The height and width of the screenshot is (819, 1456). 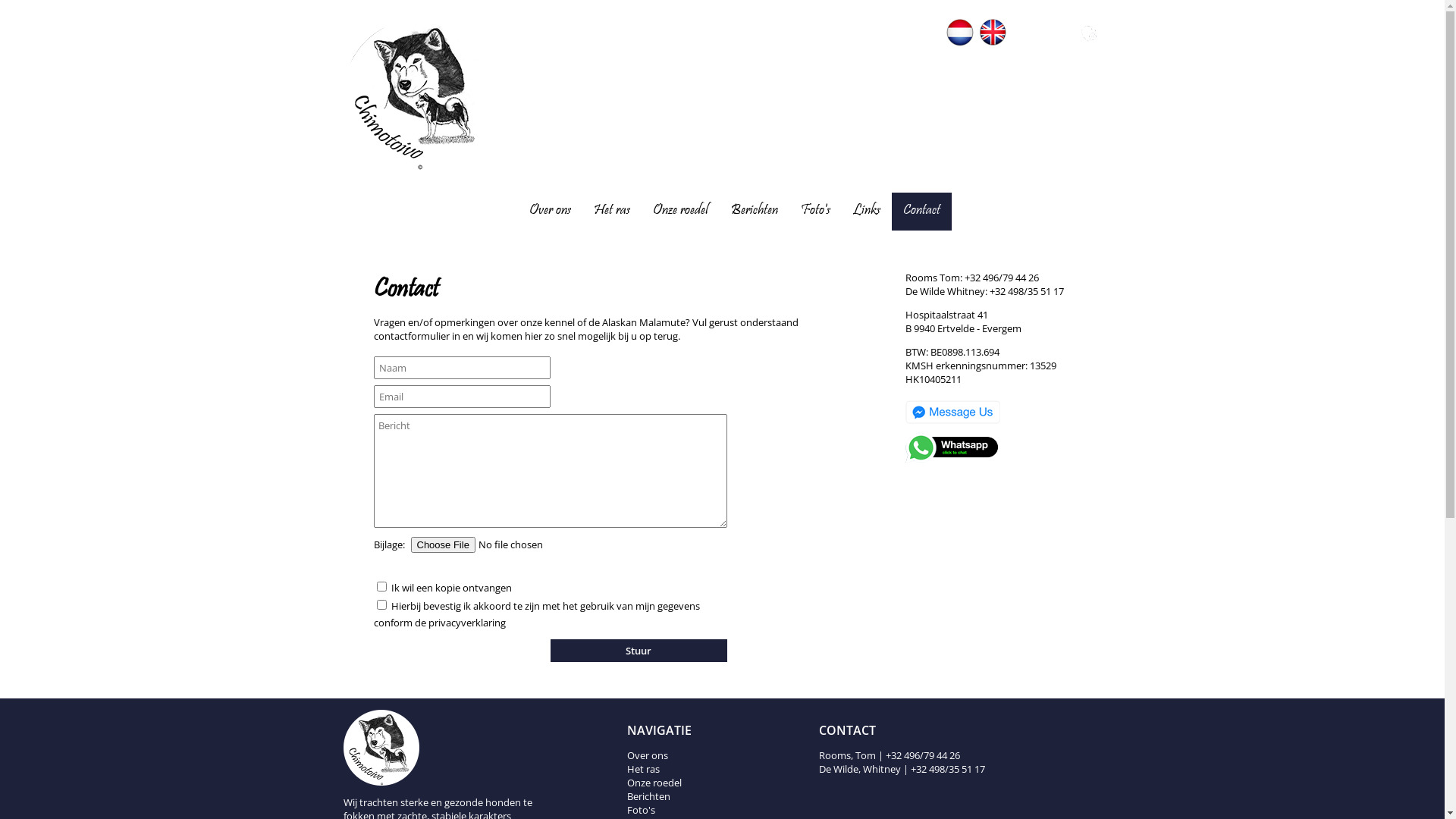 What do you see at coordinates (993, 32) in the screenshot?
I see `'Chimotoivo English'` at bounding box center [993, 32].